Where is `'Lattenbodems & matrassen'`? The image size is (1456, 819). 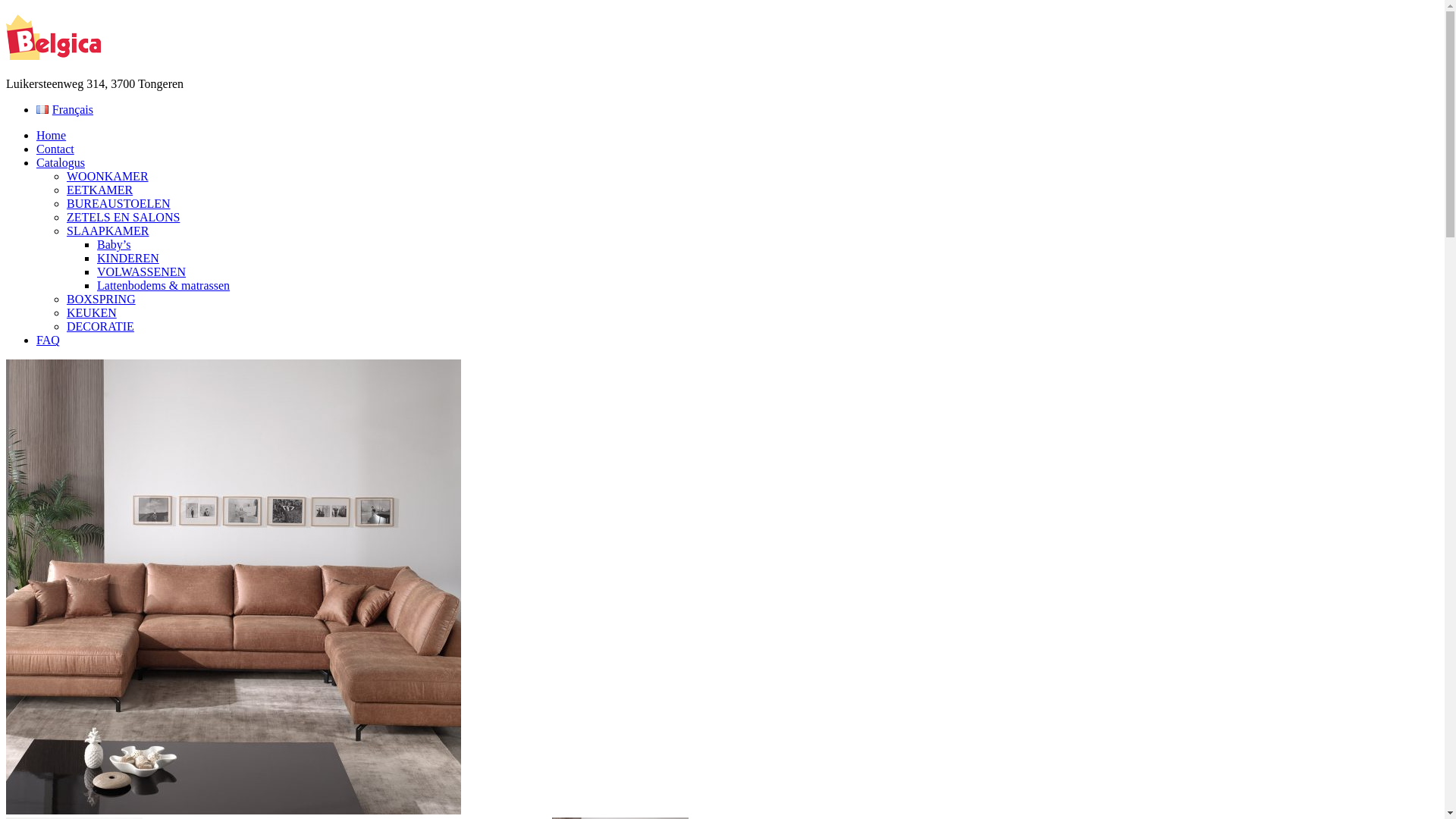
'Lattenbodems & matrassen' is located at coordinates (163, 285).